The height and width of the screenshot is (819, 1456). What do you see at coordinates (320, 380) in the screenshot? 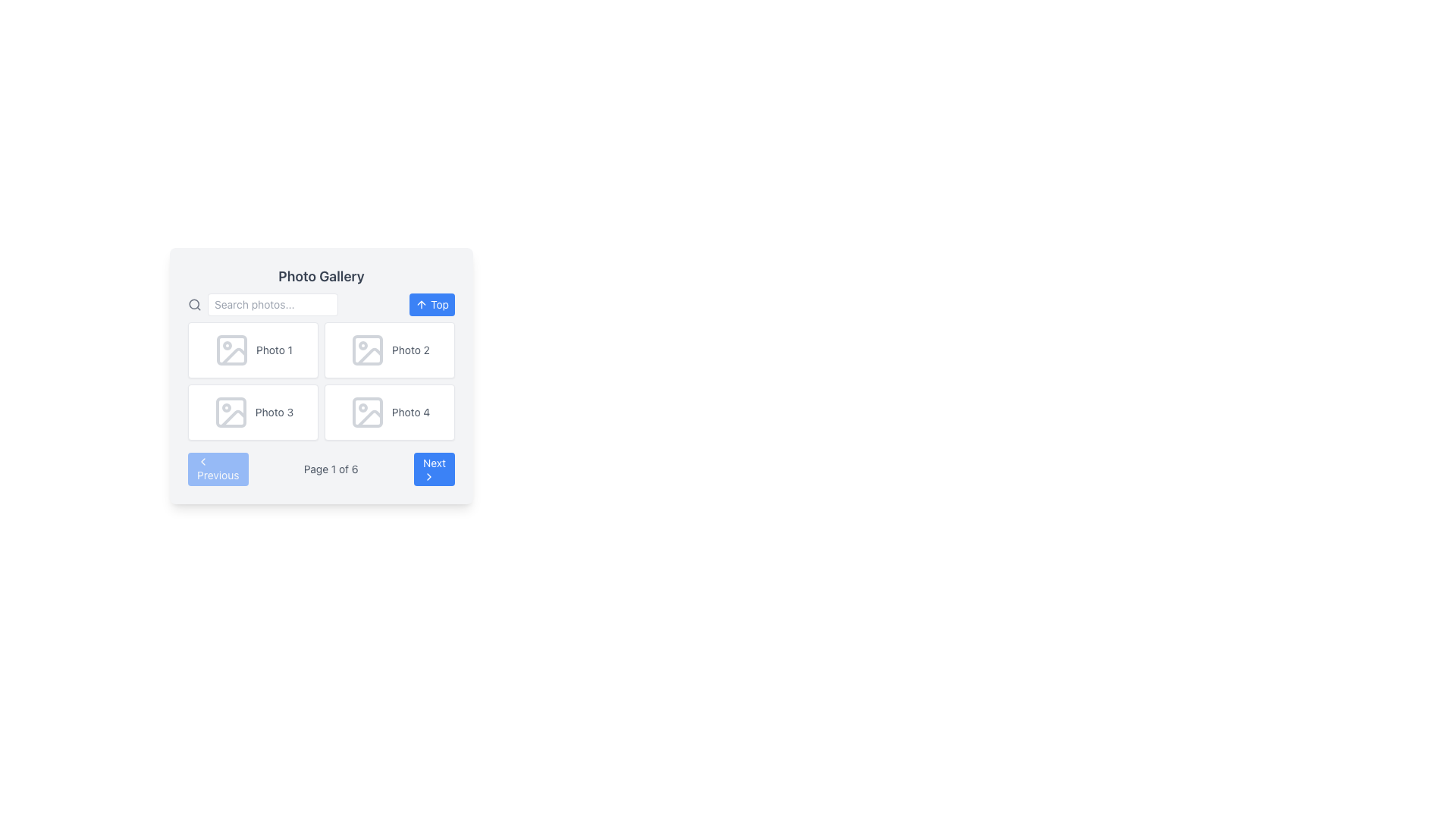
I see `a photo card within the Grid layout containing image cards` at bounding box center [320, 380].